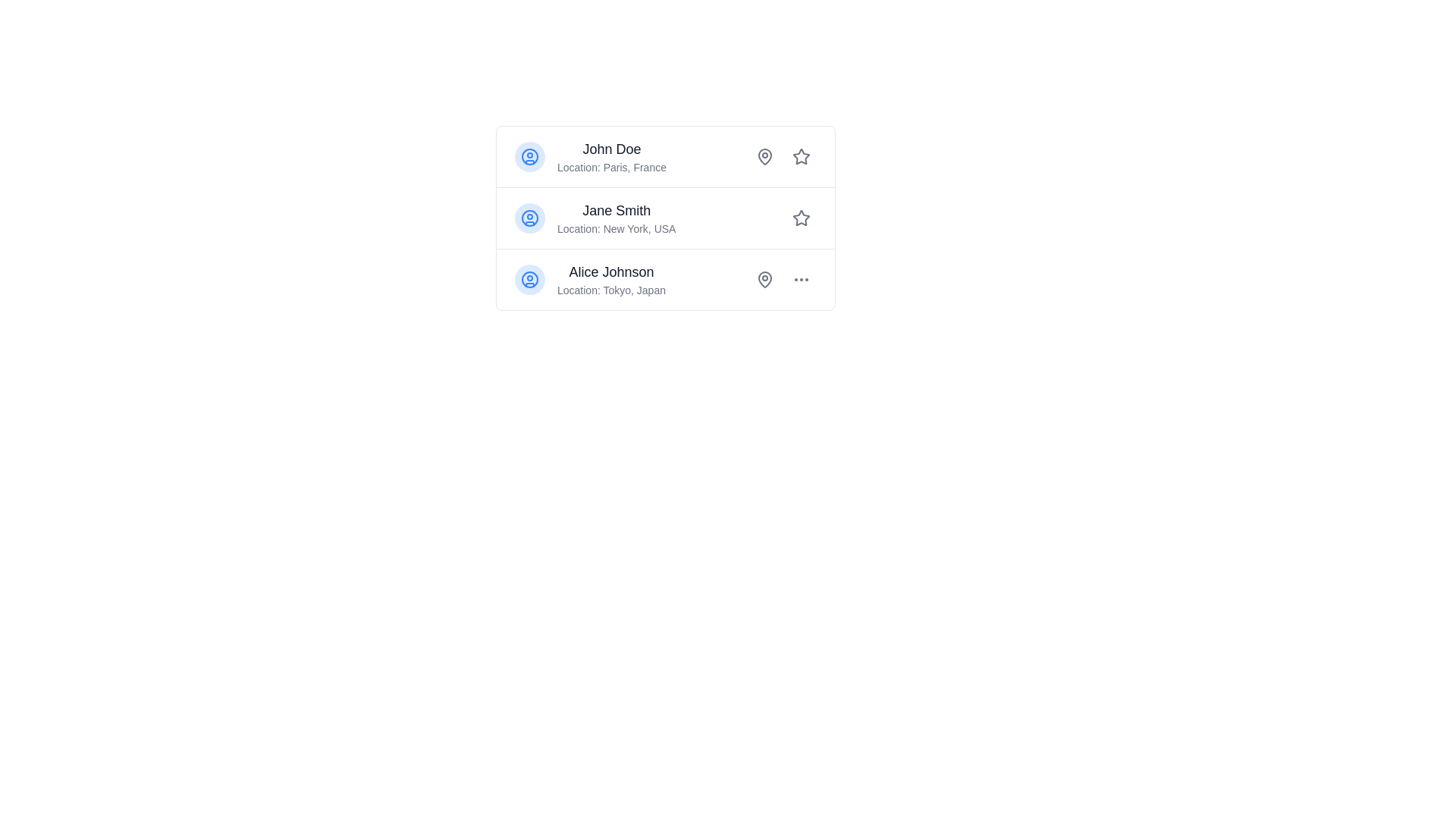  I want to click on the user profile entry at the top of the list, so click(589, 157).